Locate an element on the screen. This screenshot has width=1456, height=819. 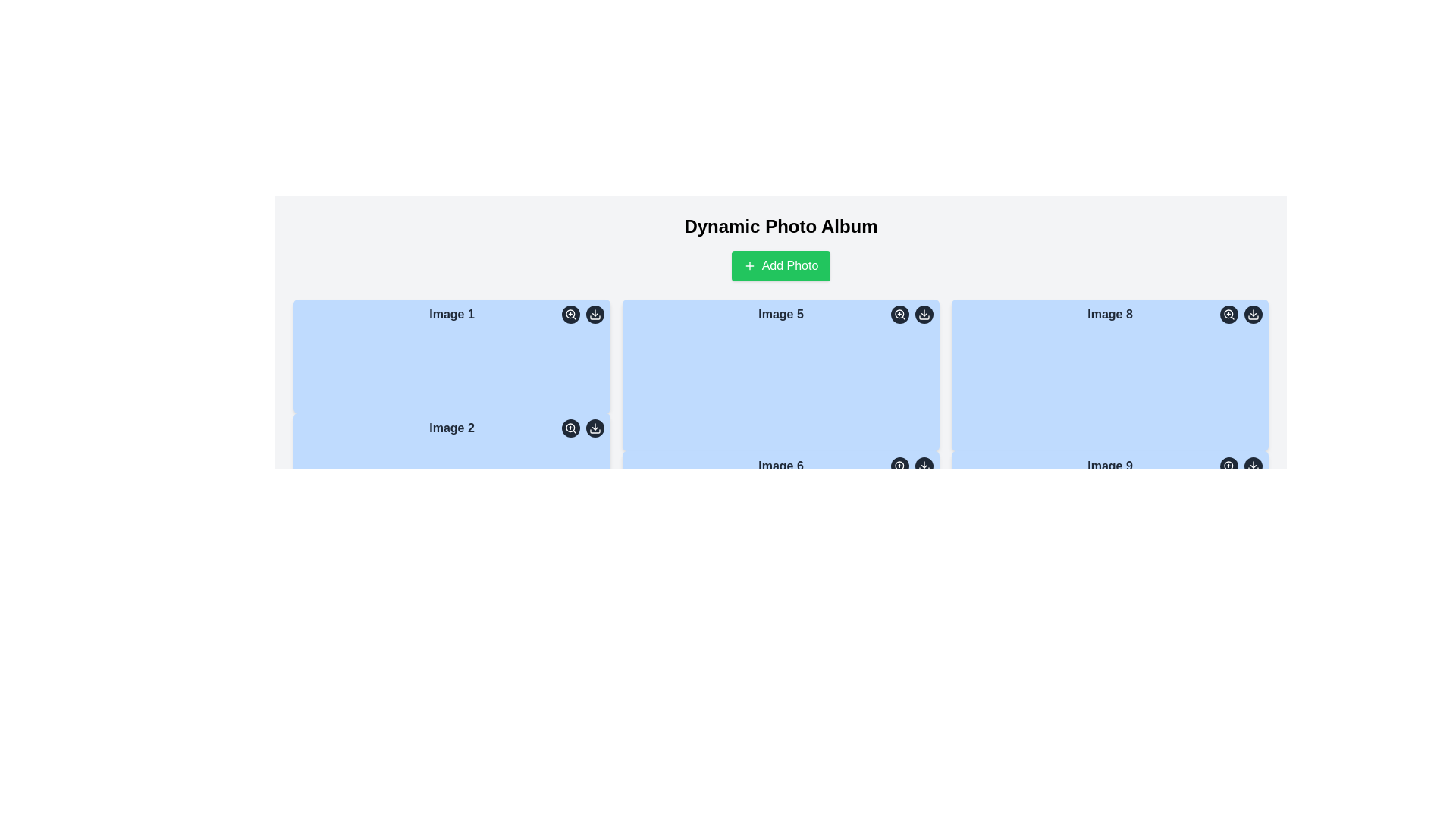
the circular magnifying glass icon with a '+' symbol in the center to zoom in on the image is located at coordinates (1229, 314).